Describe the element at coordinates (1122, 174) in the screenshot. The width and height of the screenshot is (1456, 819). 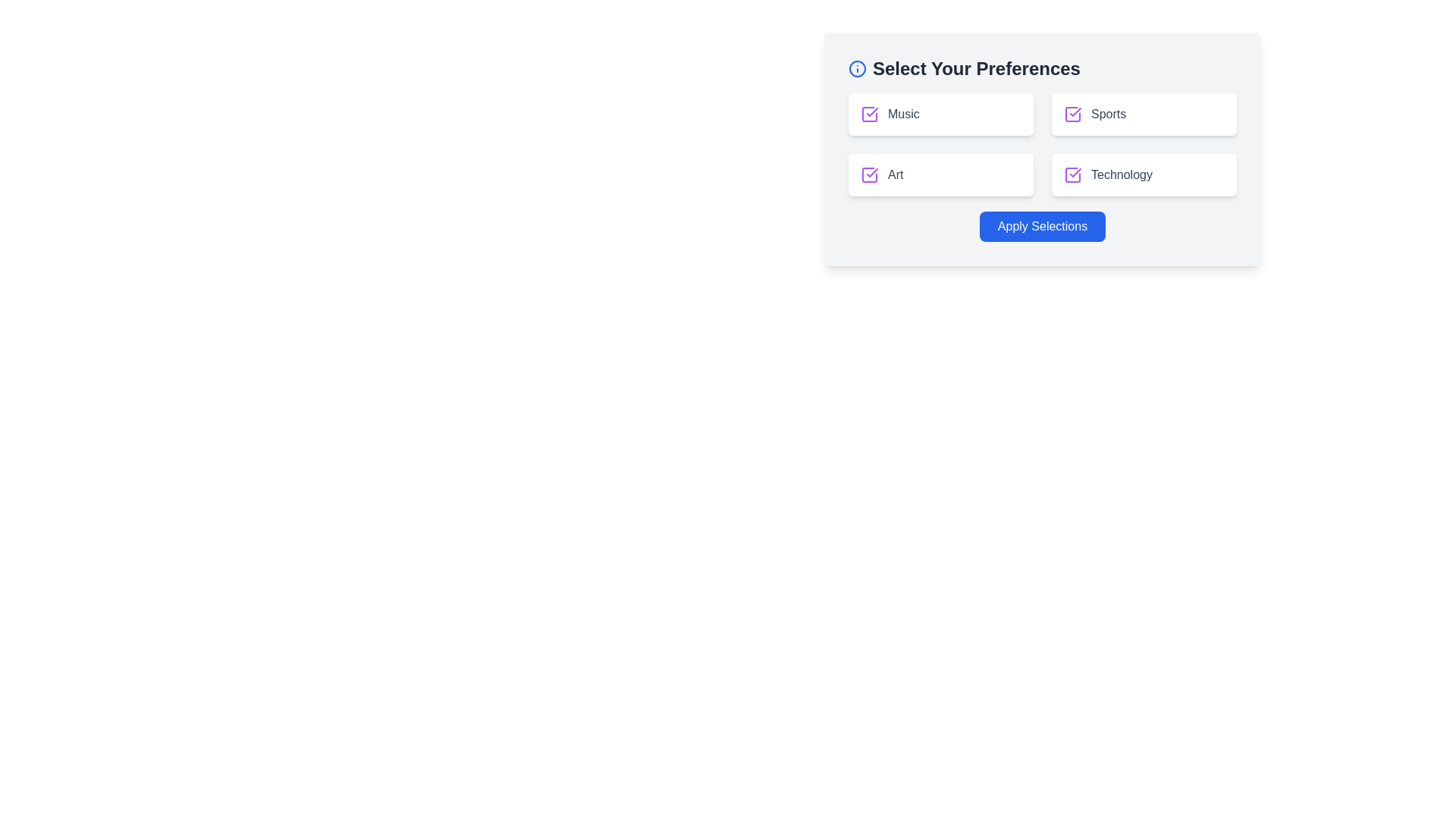
I see `the static text label displaying 'Technology', which is aligned with the adjacent checkbox and icon in the lower-right quadrant of the interface` at that location.